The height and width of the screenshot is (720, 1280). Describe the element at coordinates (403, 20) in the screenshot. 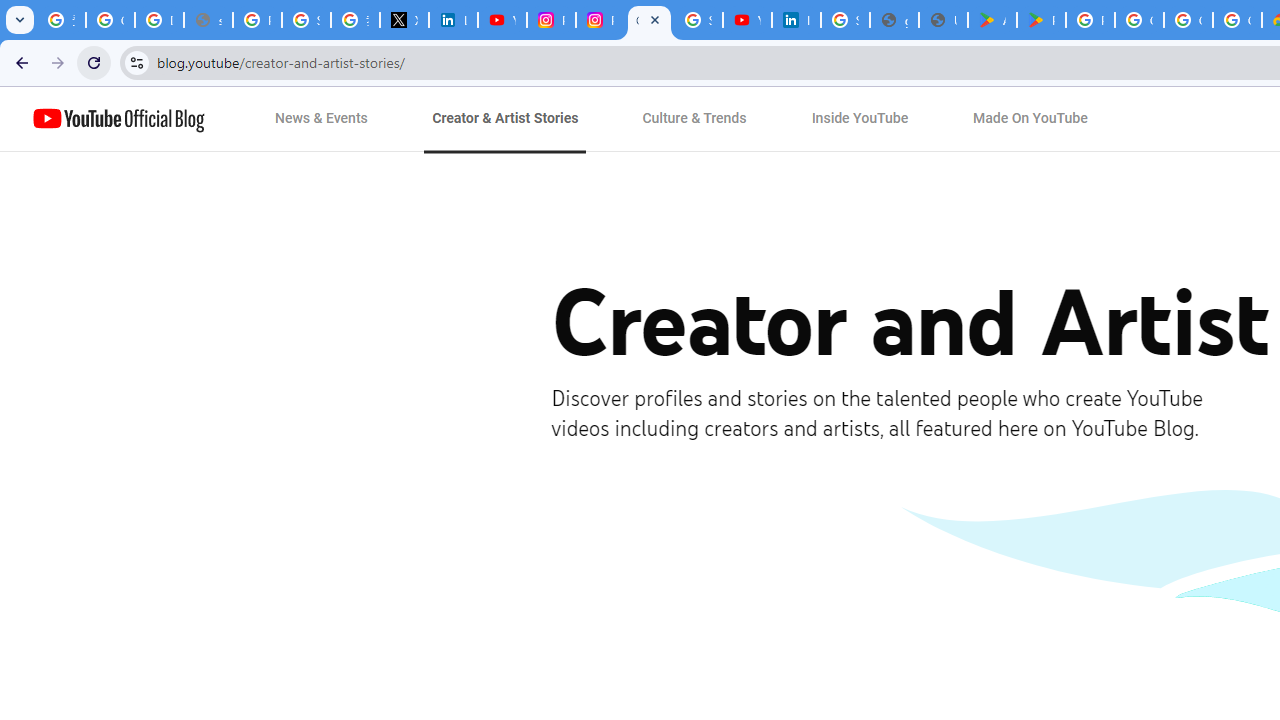

I see `'X'` at that location.